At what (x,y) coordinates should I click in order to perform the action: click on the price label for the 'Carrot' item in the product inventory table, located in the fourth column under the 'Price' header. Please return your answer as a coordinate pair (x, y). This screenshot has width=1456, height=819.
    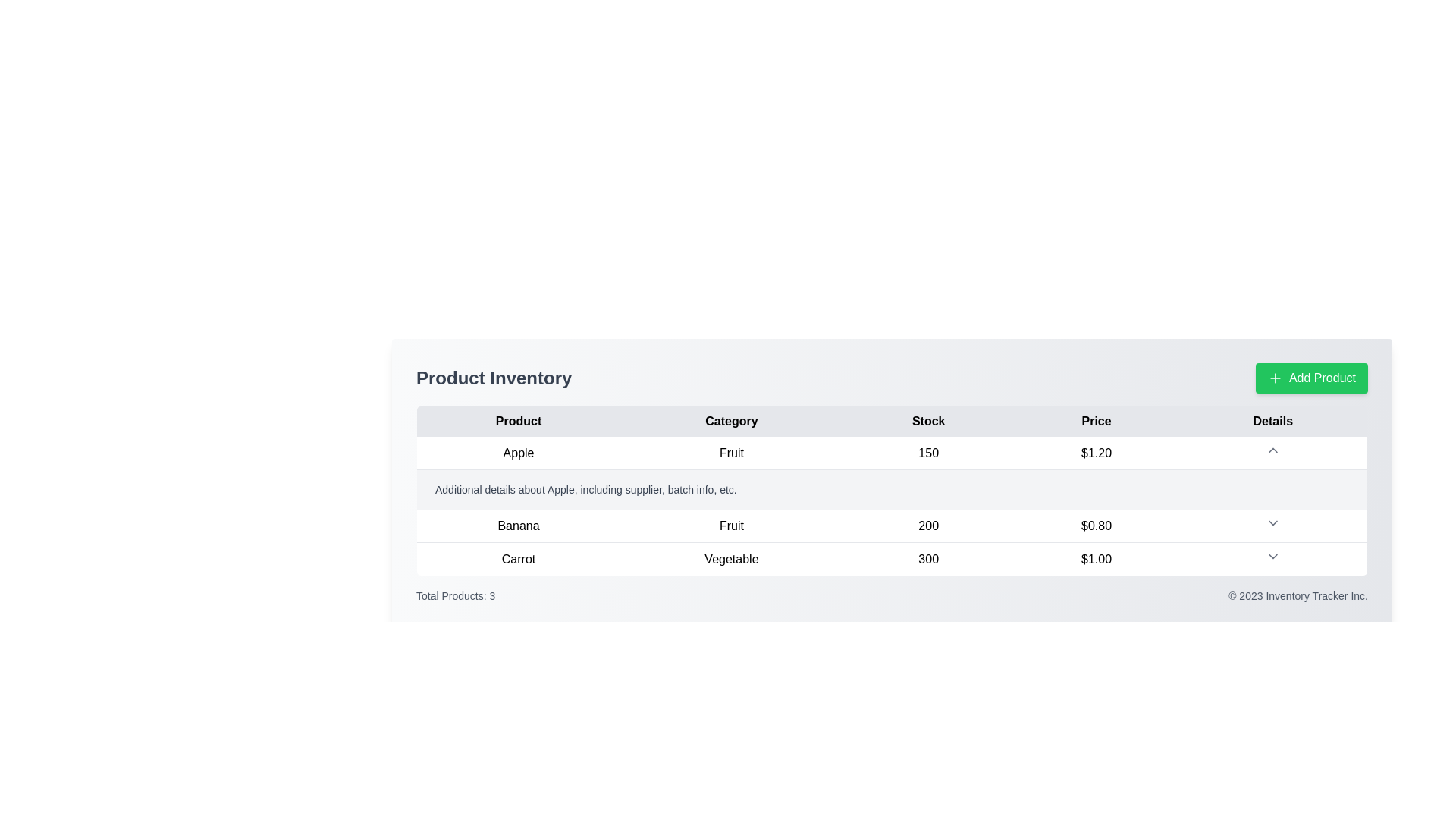
    Looking at the image, I should click on (1097, 559).